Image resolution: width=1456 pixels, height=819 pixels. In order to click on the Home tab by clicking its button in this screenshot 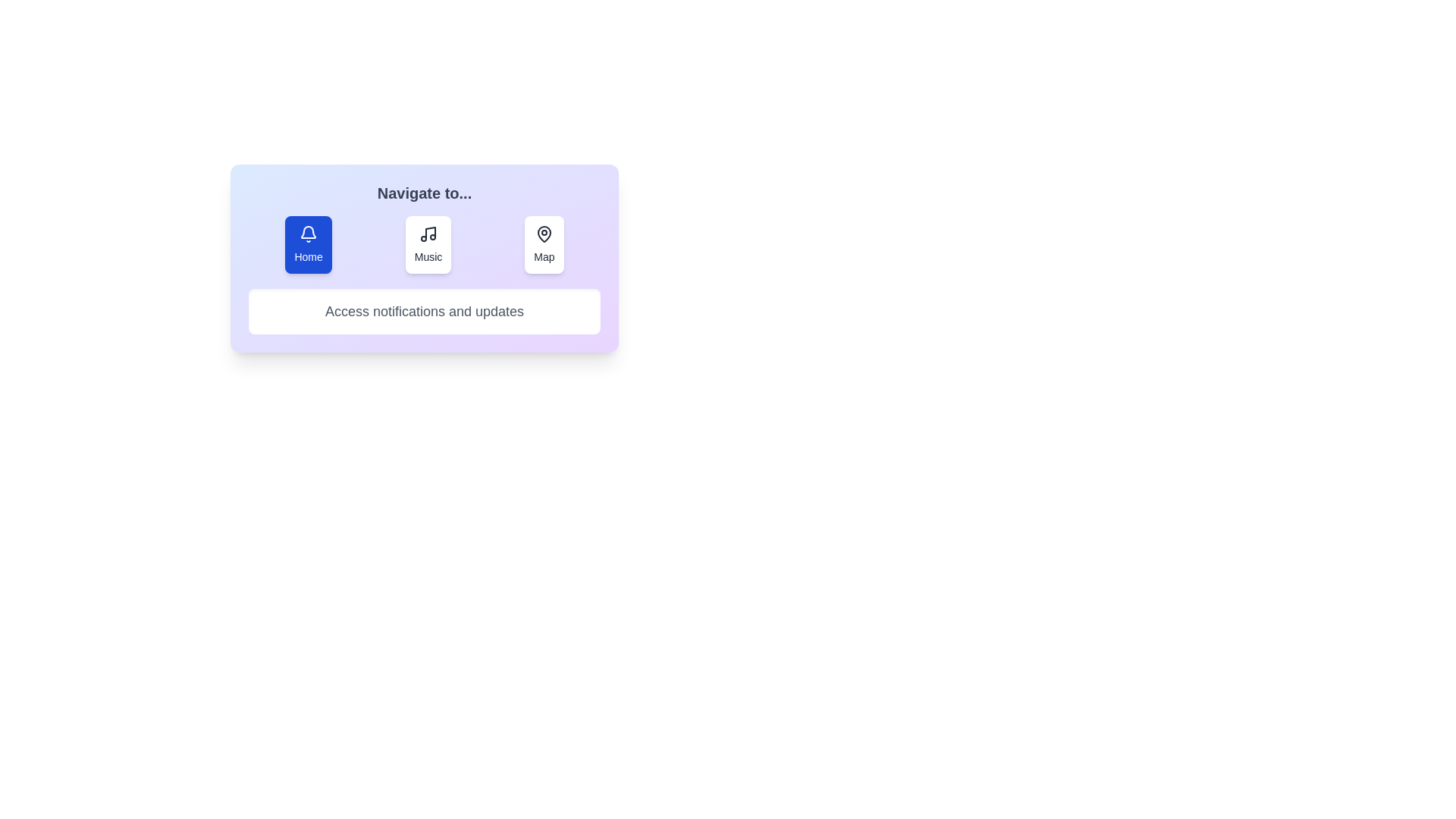, I will do `click(308, 244)`.